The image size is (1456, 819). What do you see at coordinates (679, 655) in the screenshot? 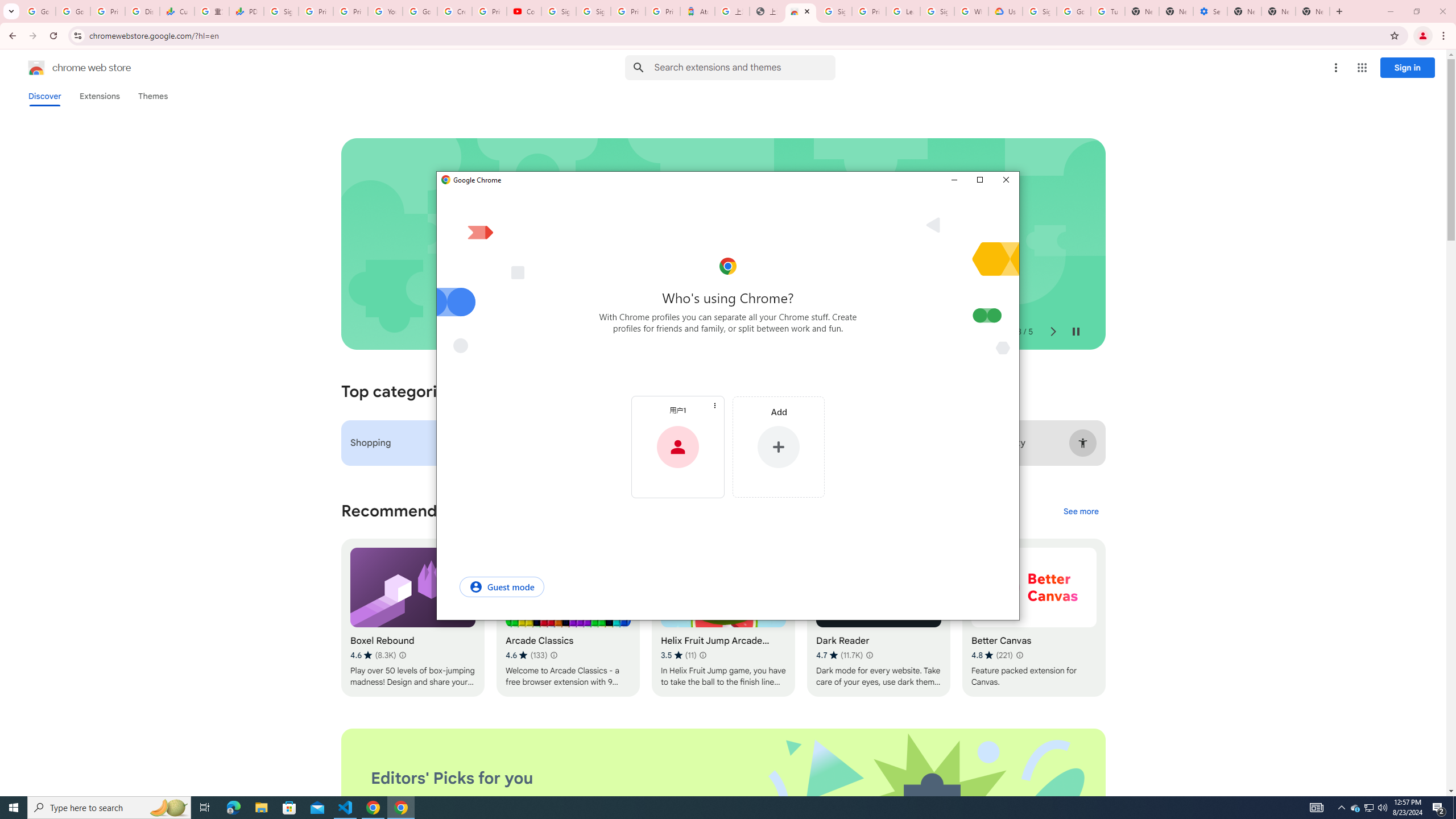
I see `'Average rating 3.5 out of 5 stars. 11 ratings.'` at bounding box center [679, 655].